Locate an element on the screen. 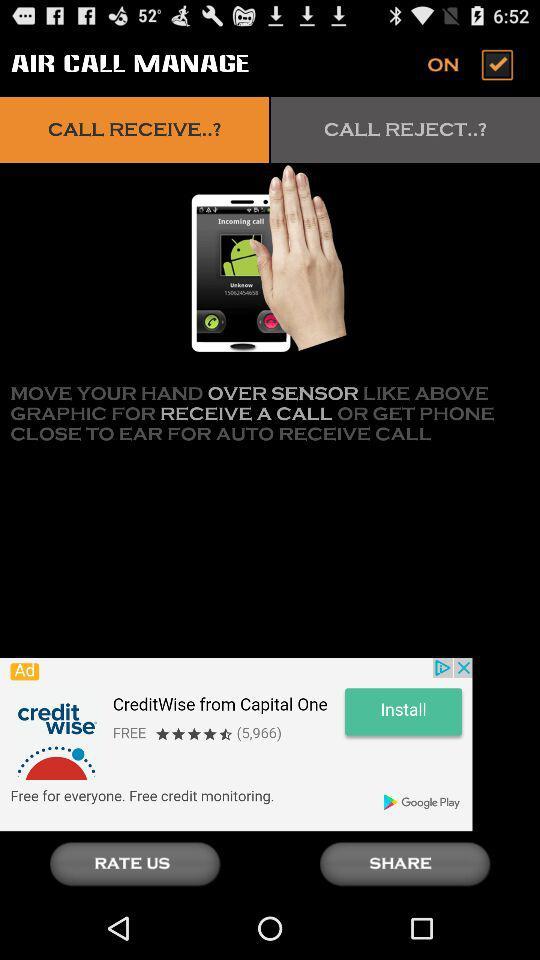 The height and width of the screenshot is (960, 540). give a rating is located at coordinates (135, 863).